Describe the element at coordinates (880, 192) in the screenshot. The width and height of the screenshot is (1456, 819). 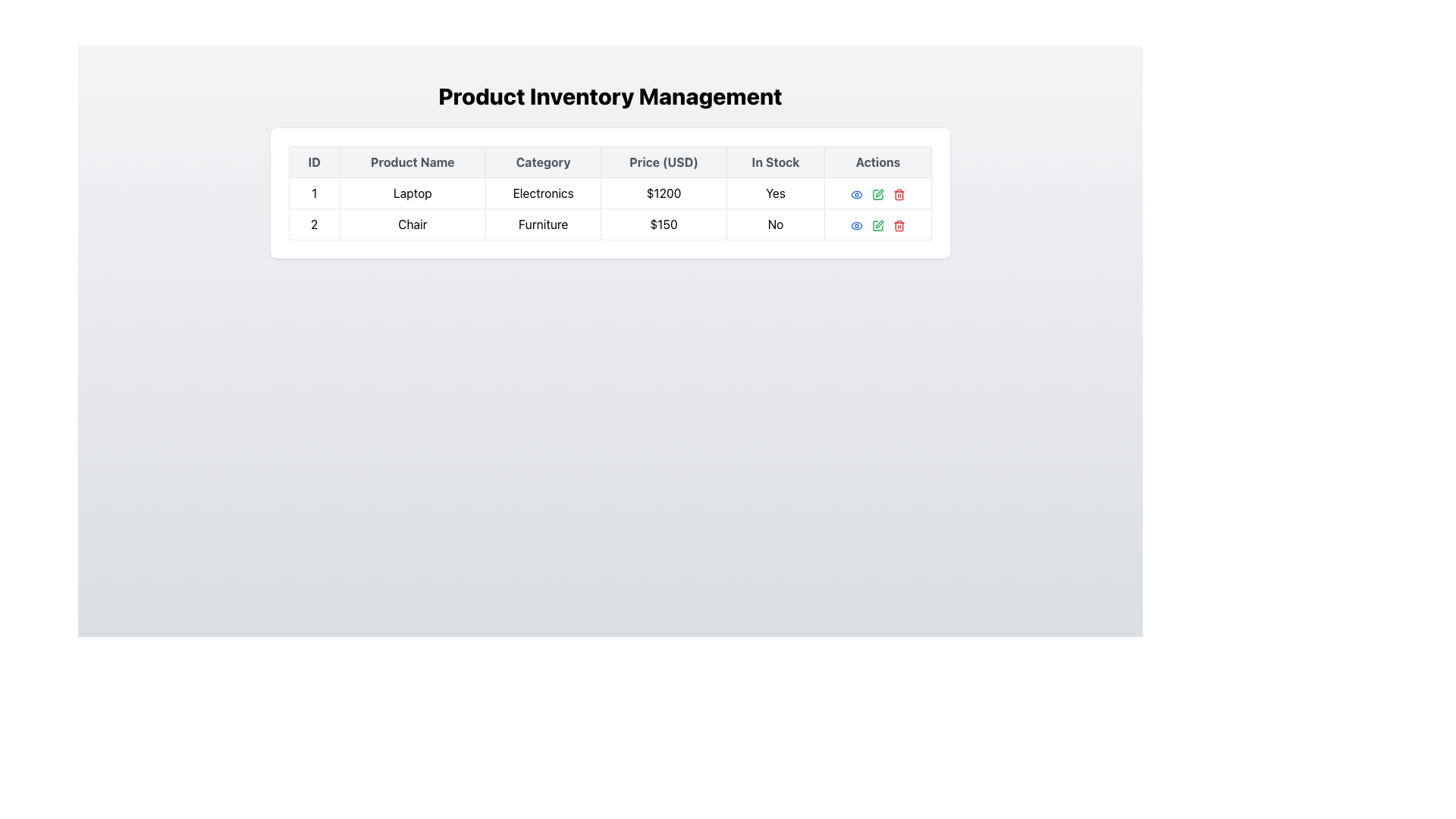
I see `the pen-like edit icon located in the 'Actions' column of the table in the second row corresponding to the product 'Chair'` at that location.